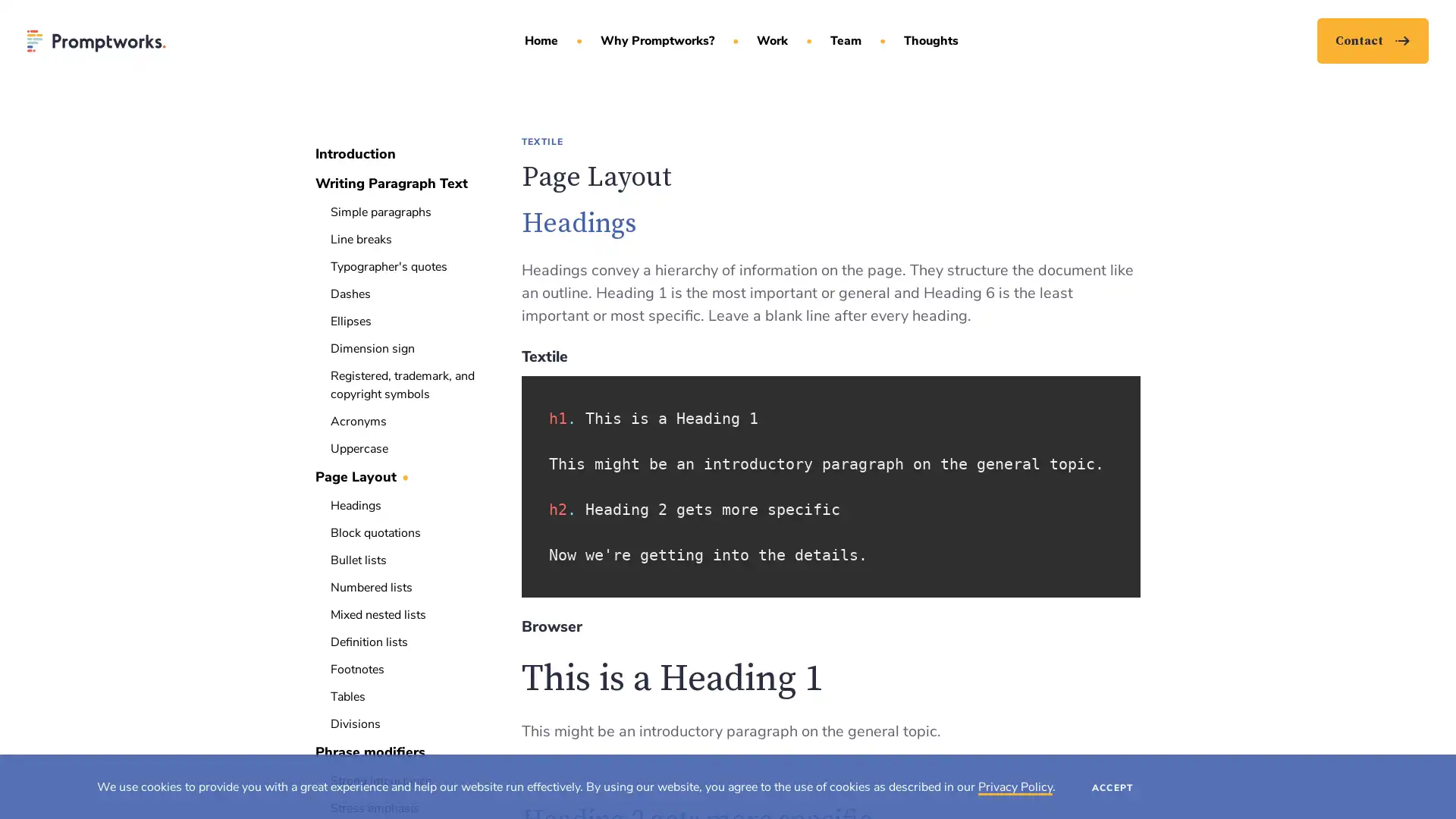 This screenshot has width=1456, height=819. Describe the element at coordinates (1112, 786) in the screenshot. I see `ACCEPT` at that location.